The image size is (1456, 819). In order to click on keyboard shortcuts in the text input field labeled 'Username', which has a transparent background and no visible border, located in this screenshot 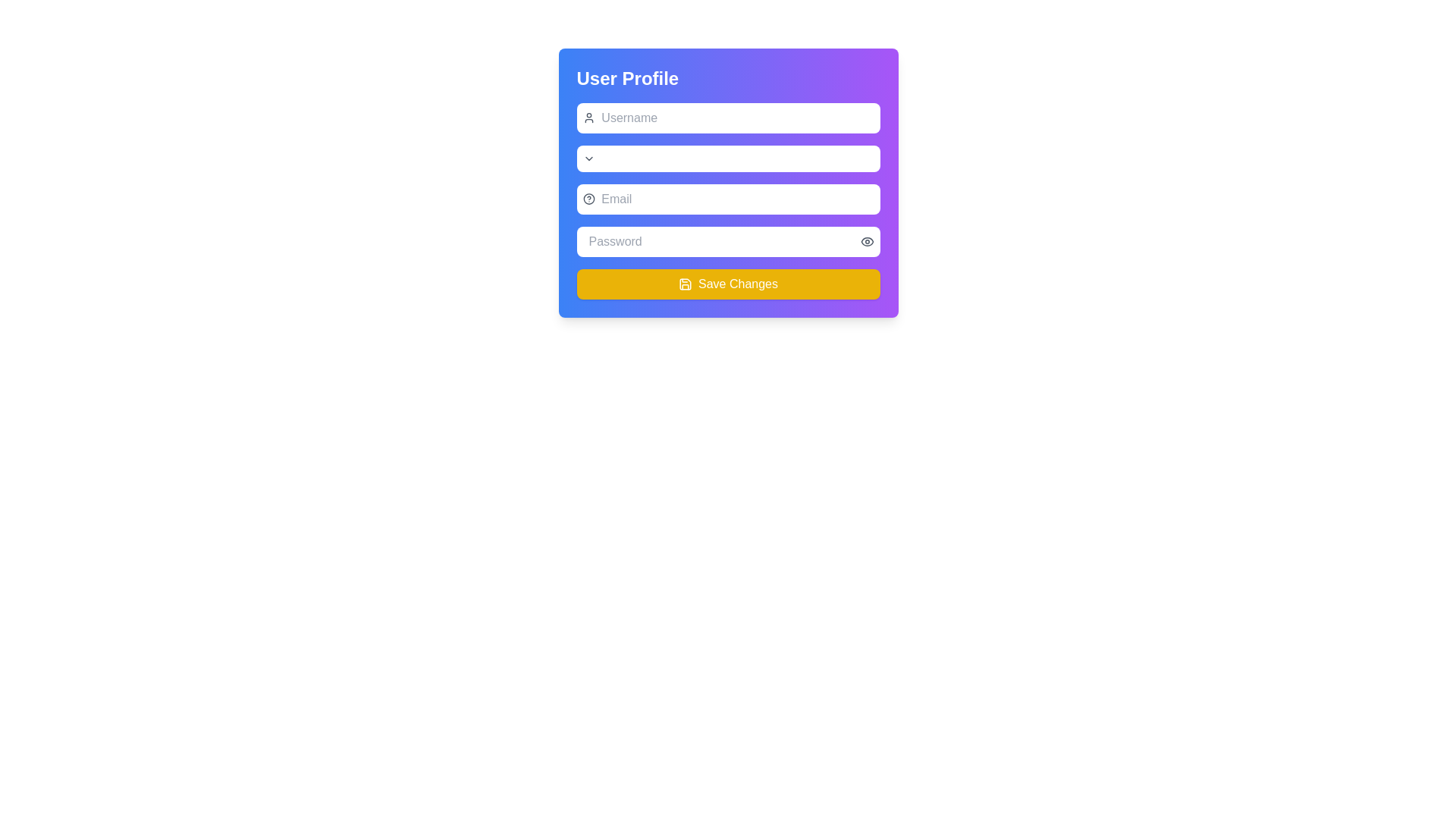, I will do `click(737, 117)`.